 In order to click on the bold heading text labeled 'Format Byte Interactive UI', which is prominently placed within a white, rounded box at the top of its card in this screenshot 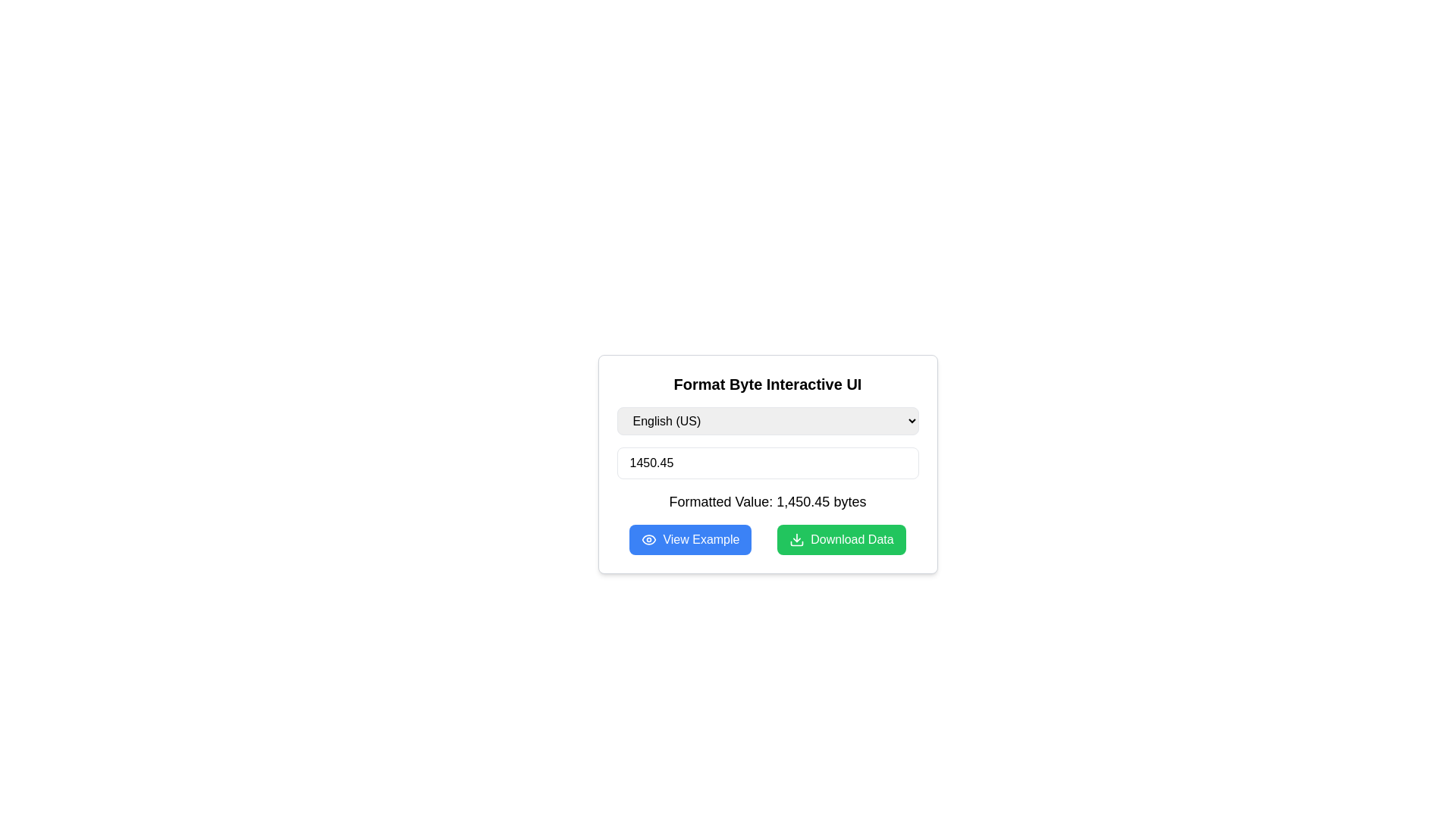, I will do `click(767, 383)`.